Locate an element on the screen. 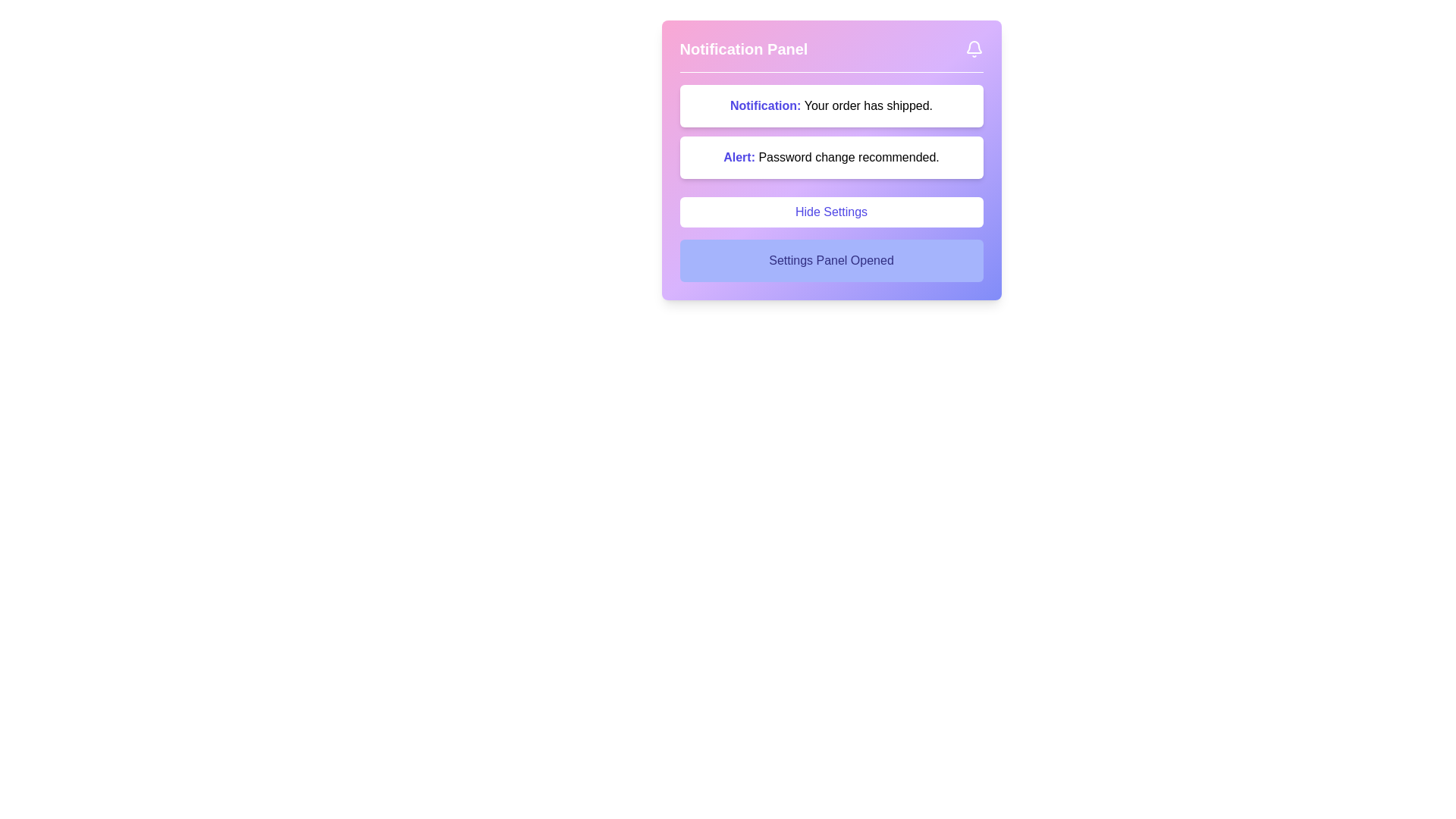 The image size is (1456, 819). the Text Label in the notification panel that serves as a label for the notification message is located at coordinates (767, 105).